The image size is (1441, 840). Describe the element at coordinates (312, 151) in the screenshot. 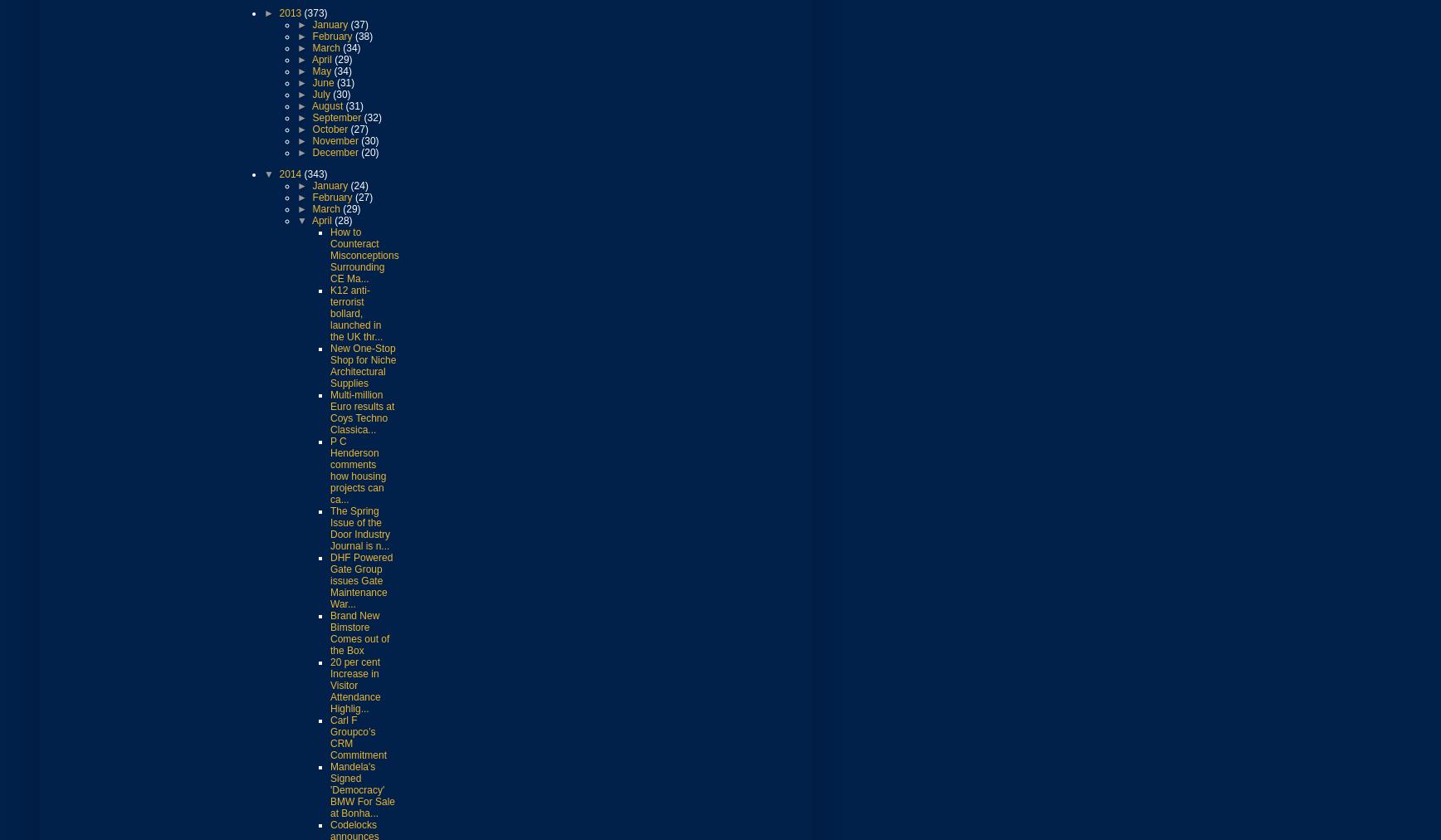

I see `'December'` at that location.